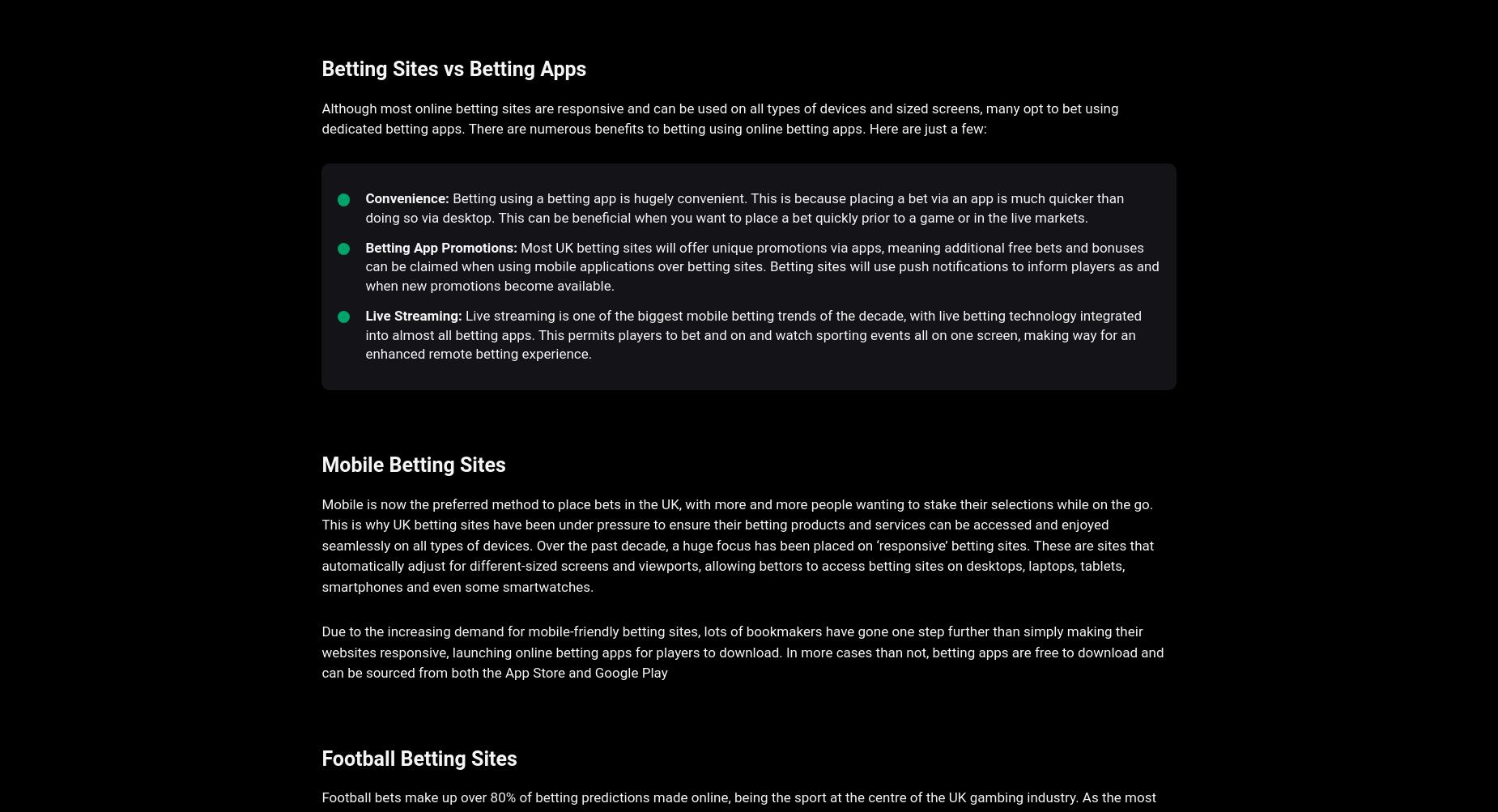 Image resolution: width=1498 pixels, height=812 pixels. Describe the element at coordinates (413, 464) in the screenshot. I see `'Mobile Betting Sites'` at that location.